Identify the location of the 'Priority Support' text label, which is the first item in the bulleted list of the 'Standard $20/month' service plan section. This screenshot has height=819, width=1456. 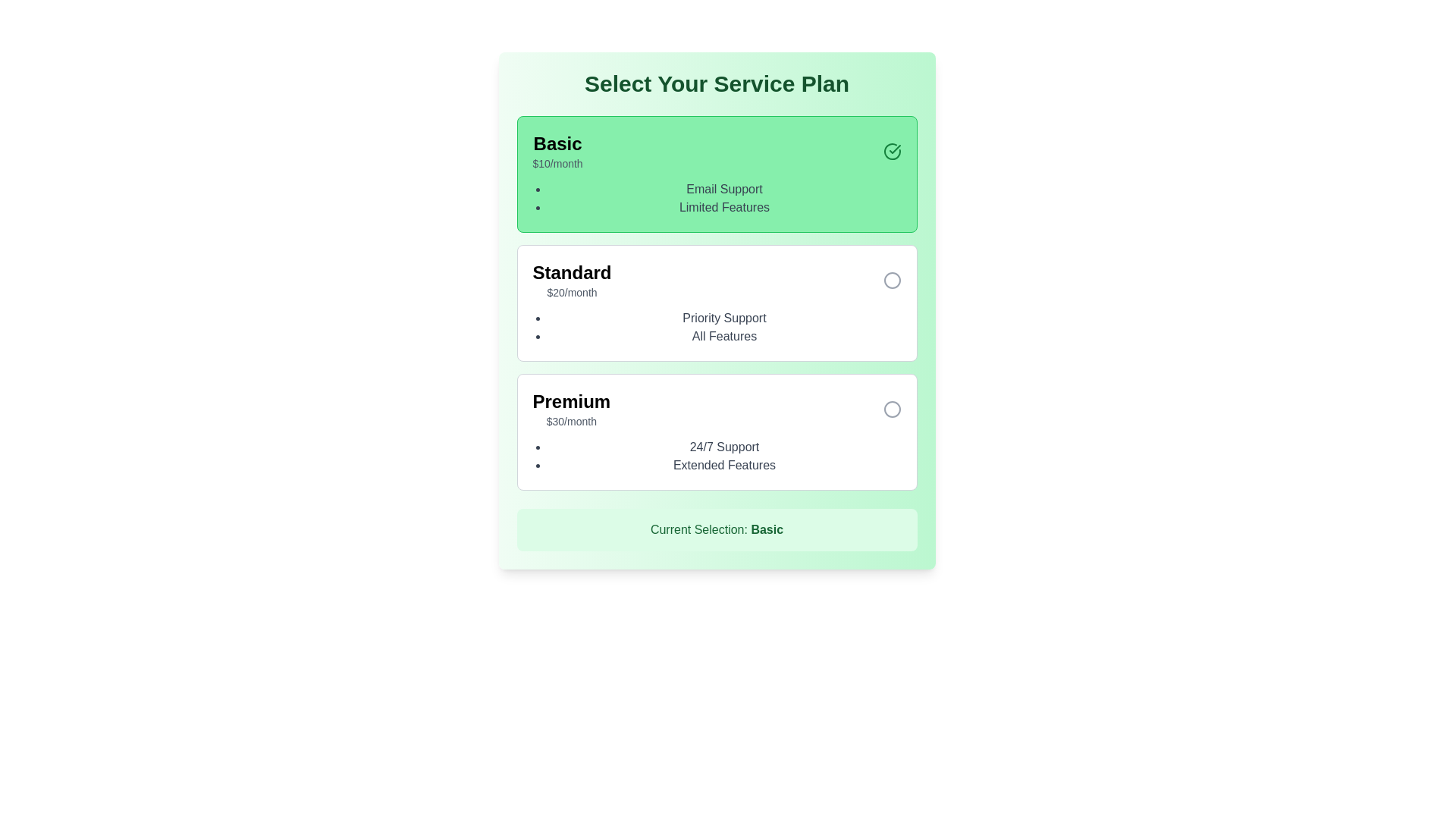
(723, 318).